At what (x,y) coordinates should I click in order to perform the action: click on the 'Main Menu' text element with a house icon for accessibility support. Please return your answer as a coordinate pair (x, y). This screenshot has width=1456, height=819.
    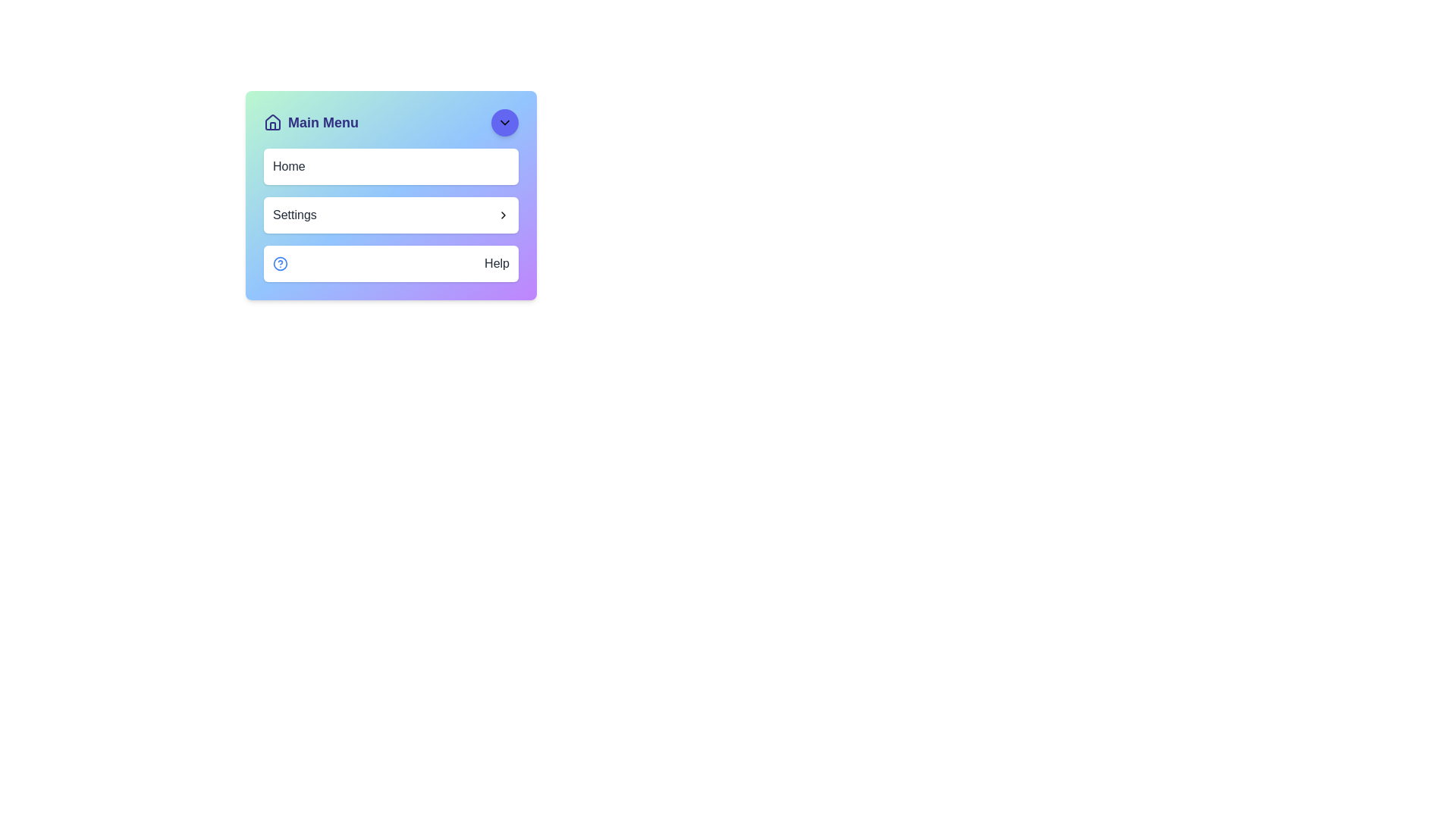
    Looking at the image, I should click on (310, 122).